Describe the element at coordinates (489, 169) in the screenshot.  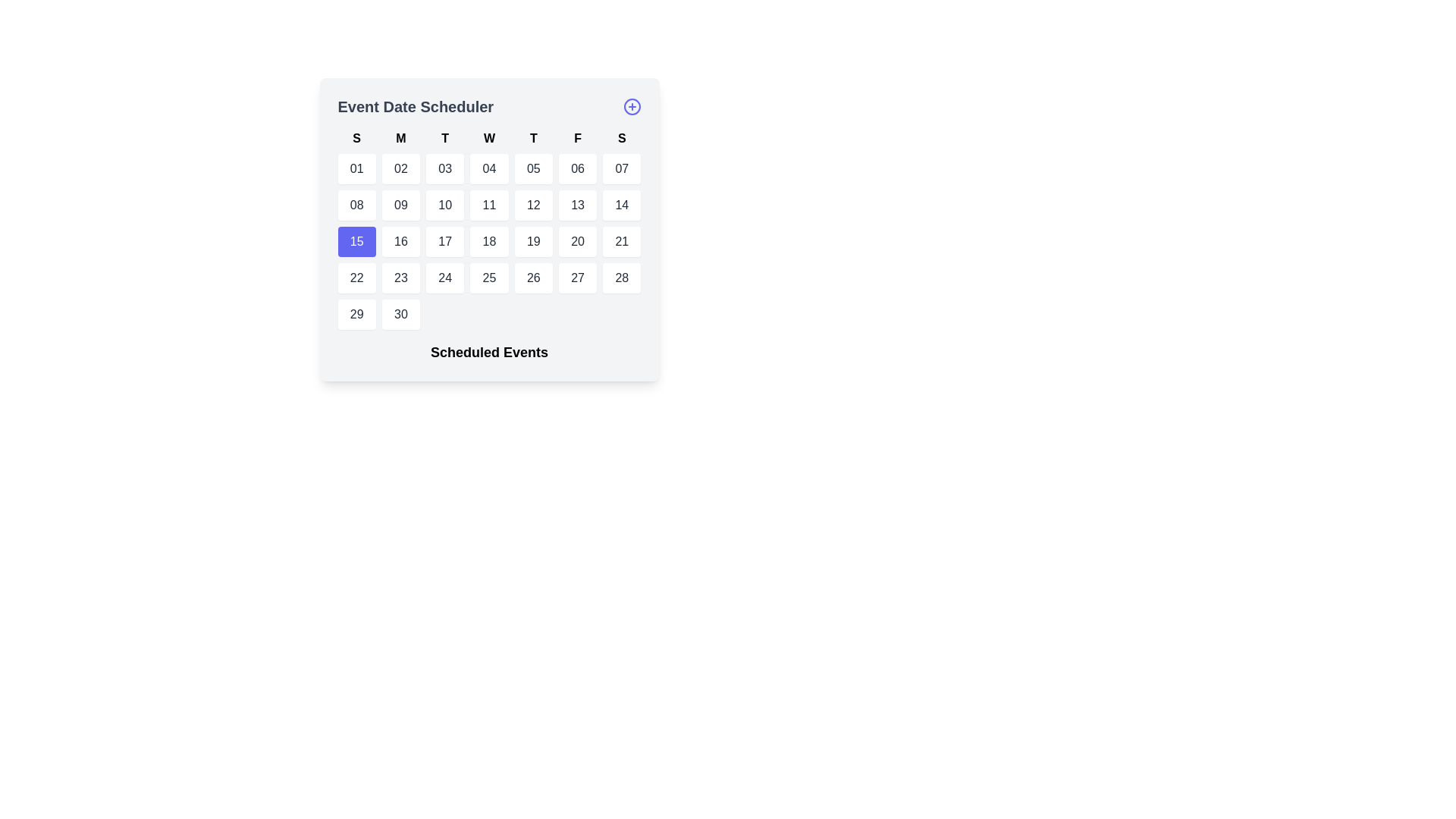
I see `the small rectangular button with rounded corners and the text '04'` at that location.